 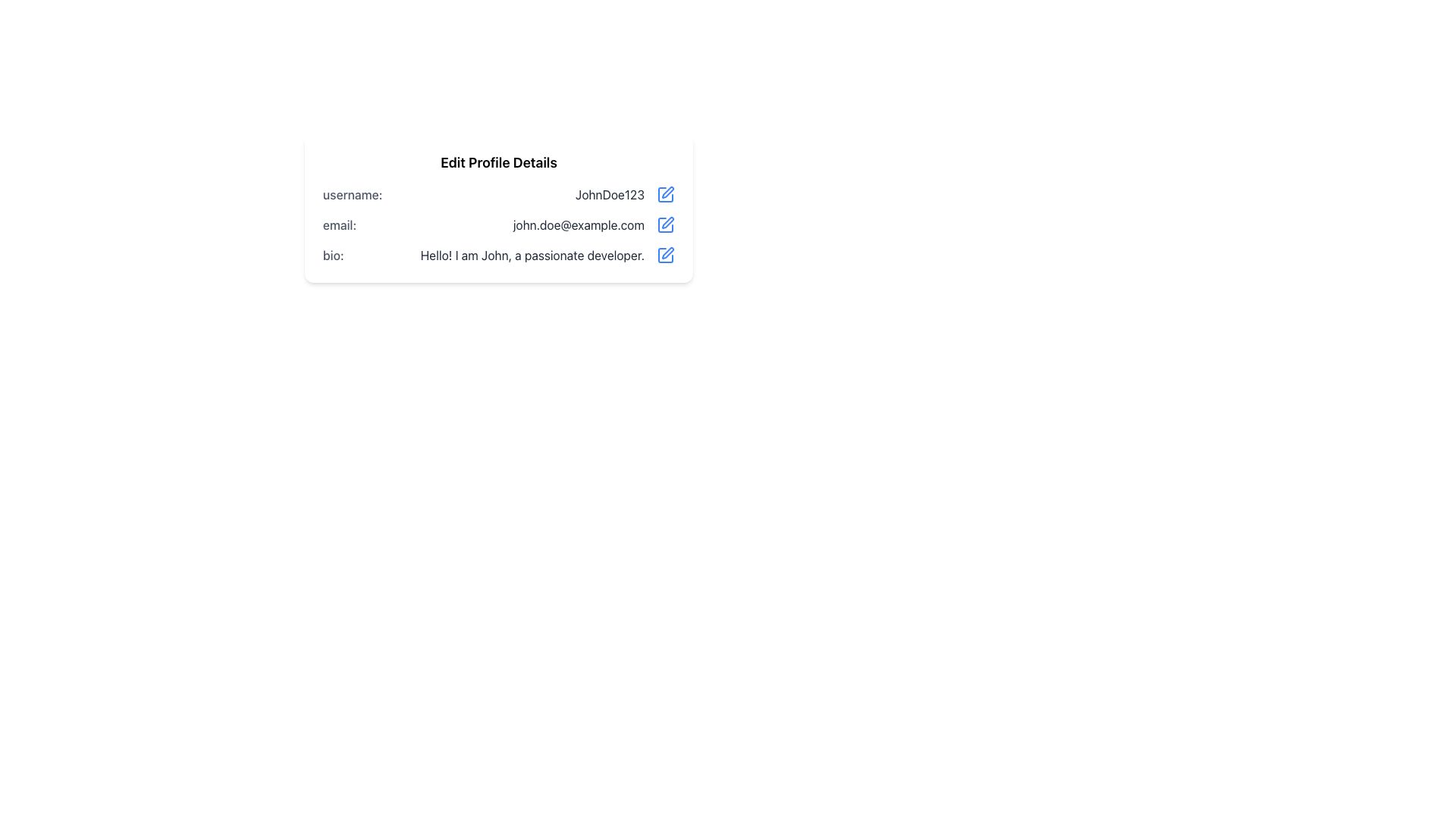 What do you see at coordinates (498, 225) in the screenshot?
I see `the email field in the profile information display panel, which is located below the 'Edit Profile Details' title` at bounding box center [498, 225].